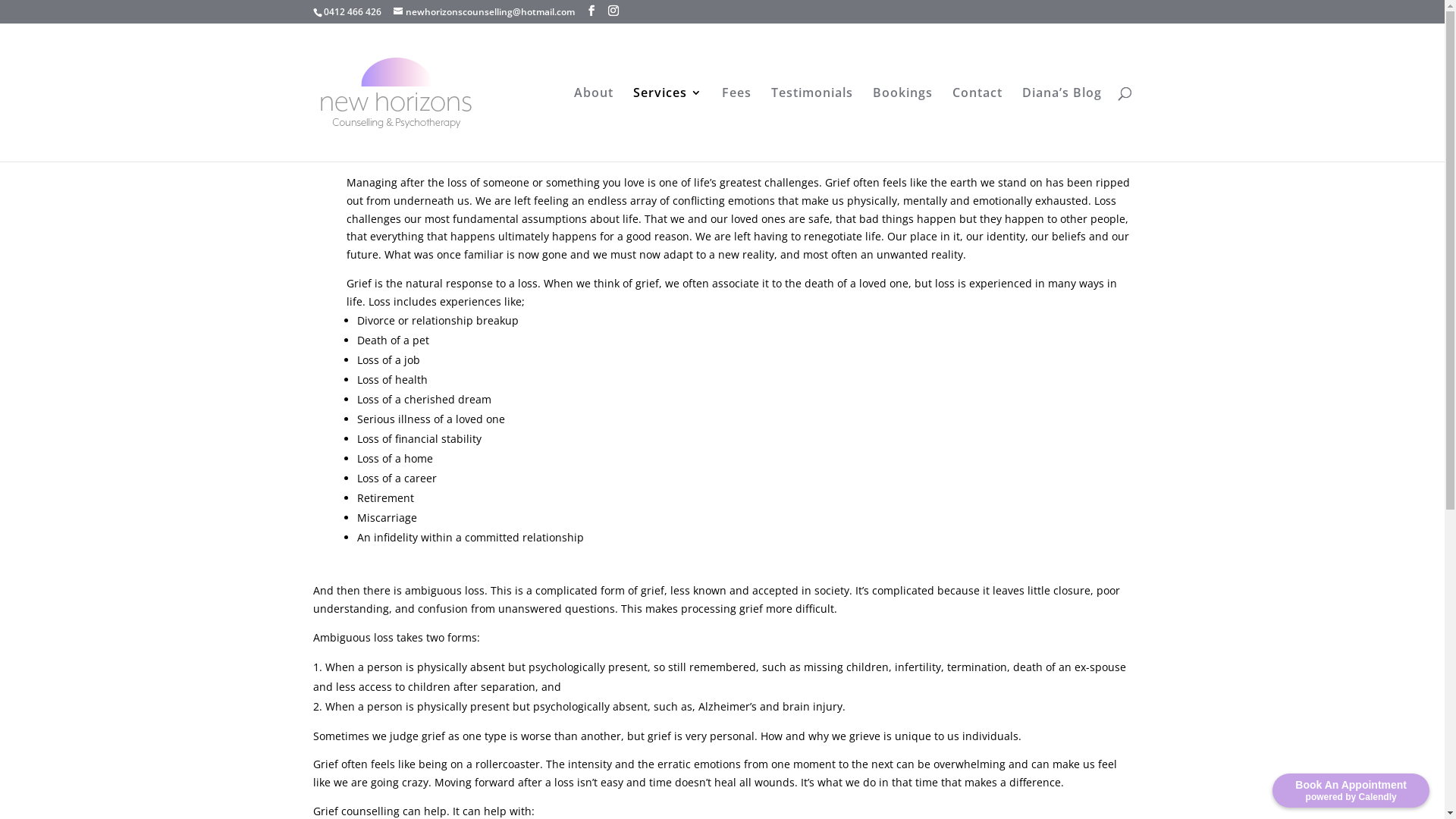  Describe the element at coordinates (482, 11) in the screenshot. I see `'newhorizonscounselling@hotmail.com'` at that location.